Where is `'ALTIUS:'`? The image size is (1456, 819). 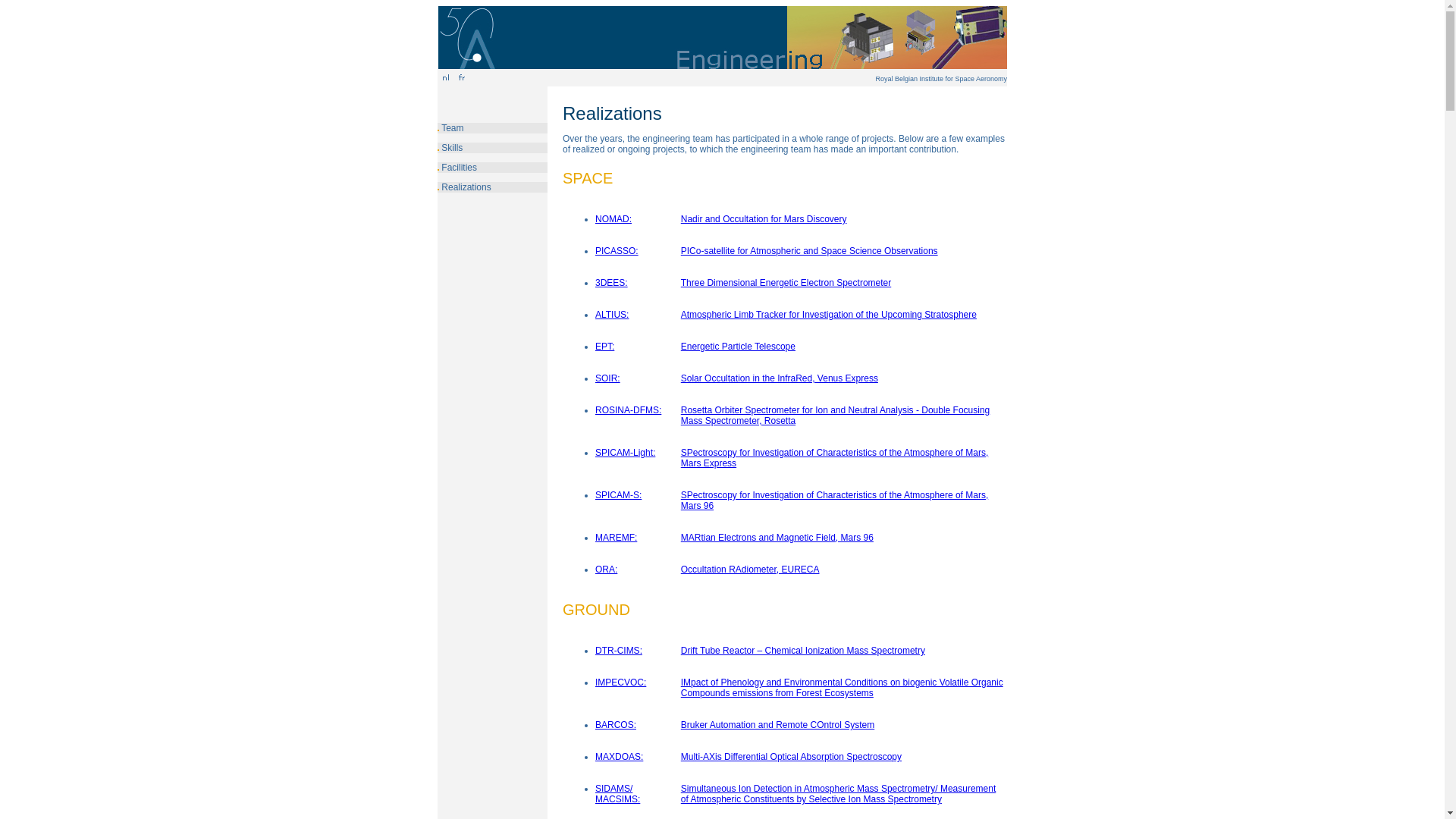
'ALTIUS:' is located at coordinates (595, 314).